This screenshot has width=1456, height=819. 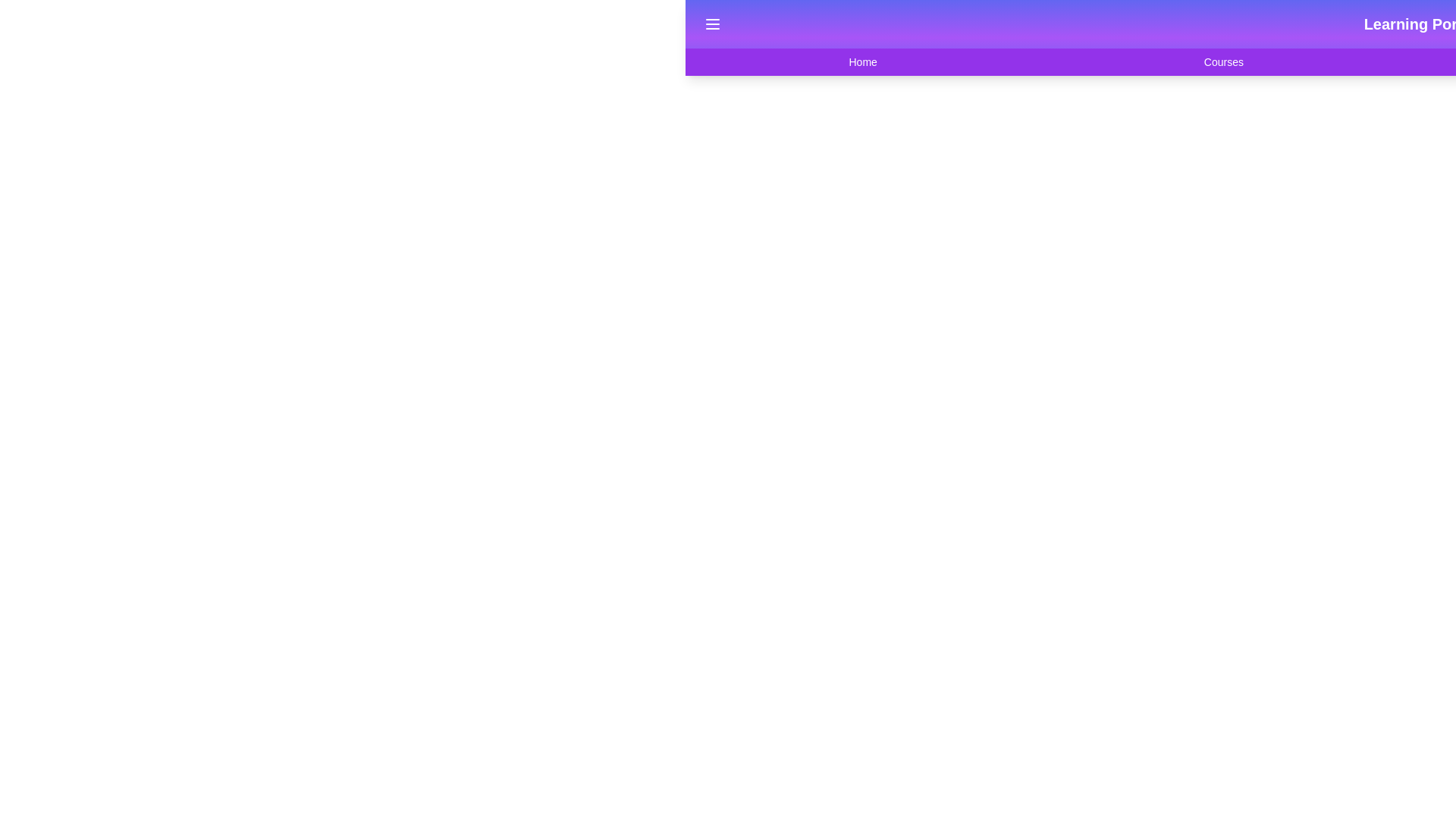 What do you see at coordinates (1223, 61) in the screenshot?
I see `the navigation item Courses from the navigation bar` at bounding box center [1223, 61].